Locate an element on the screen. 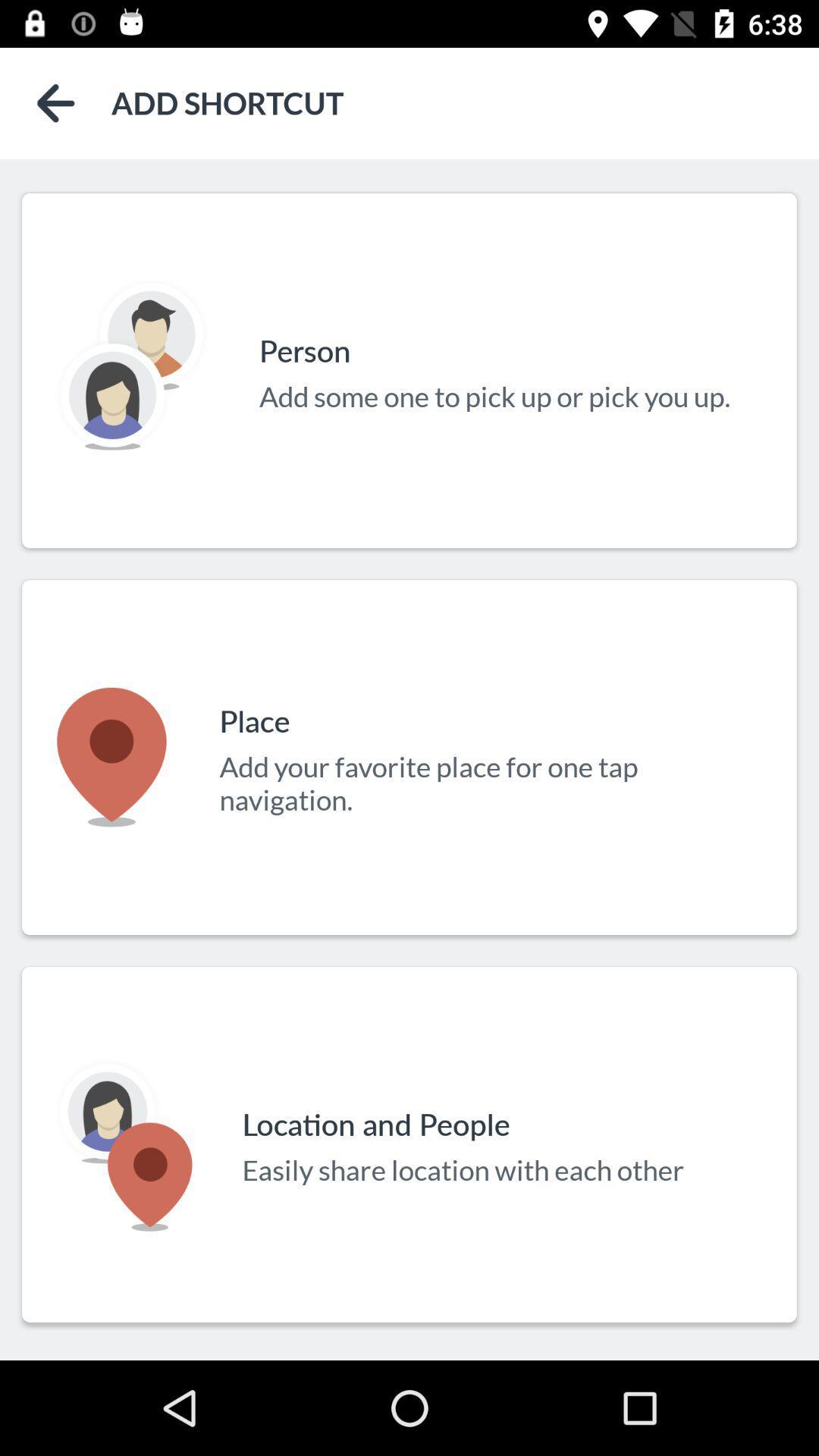  go back is located at coordinates (55, 102).